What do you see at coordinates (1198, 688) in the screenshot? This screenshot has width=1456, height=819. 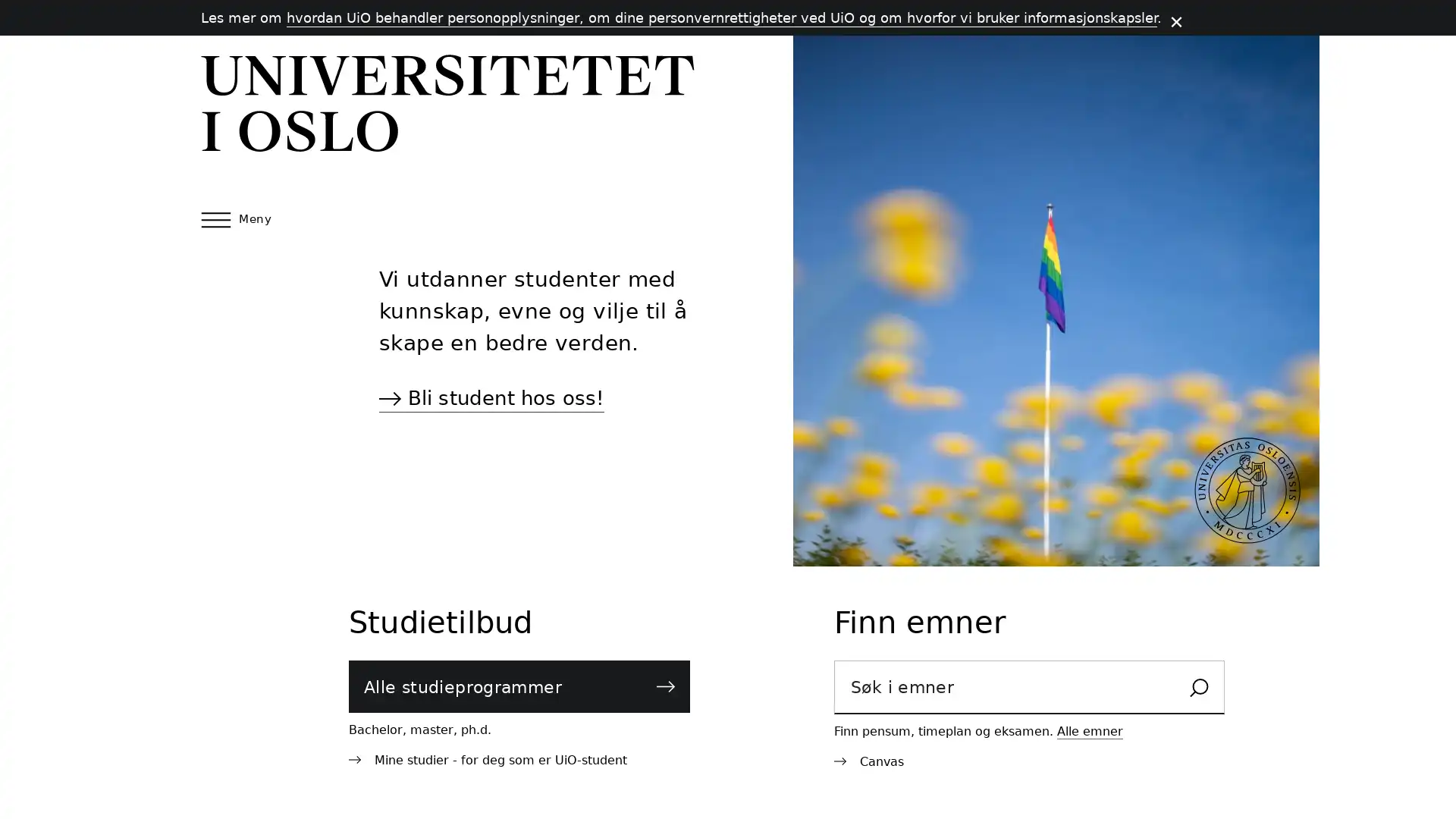 I see `Sk` at bounding box center [1198, 688].